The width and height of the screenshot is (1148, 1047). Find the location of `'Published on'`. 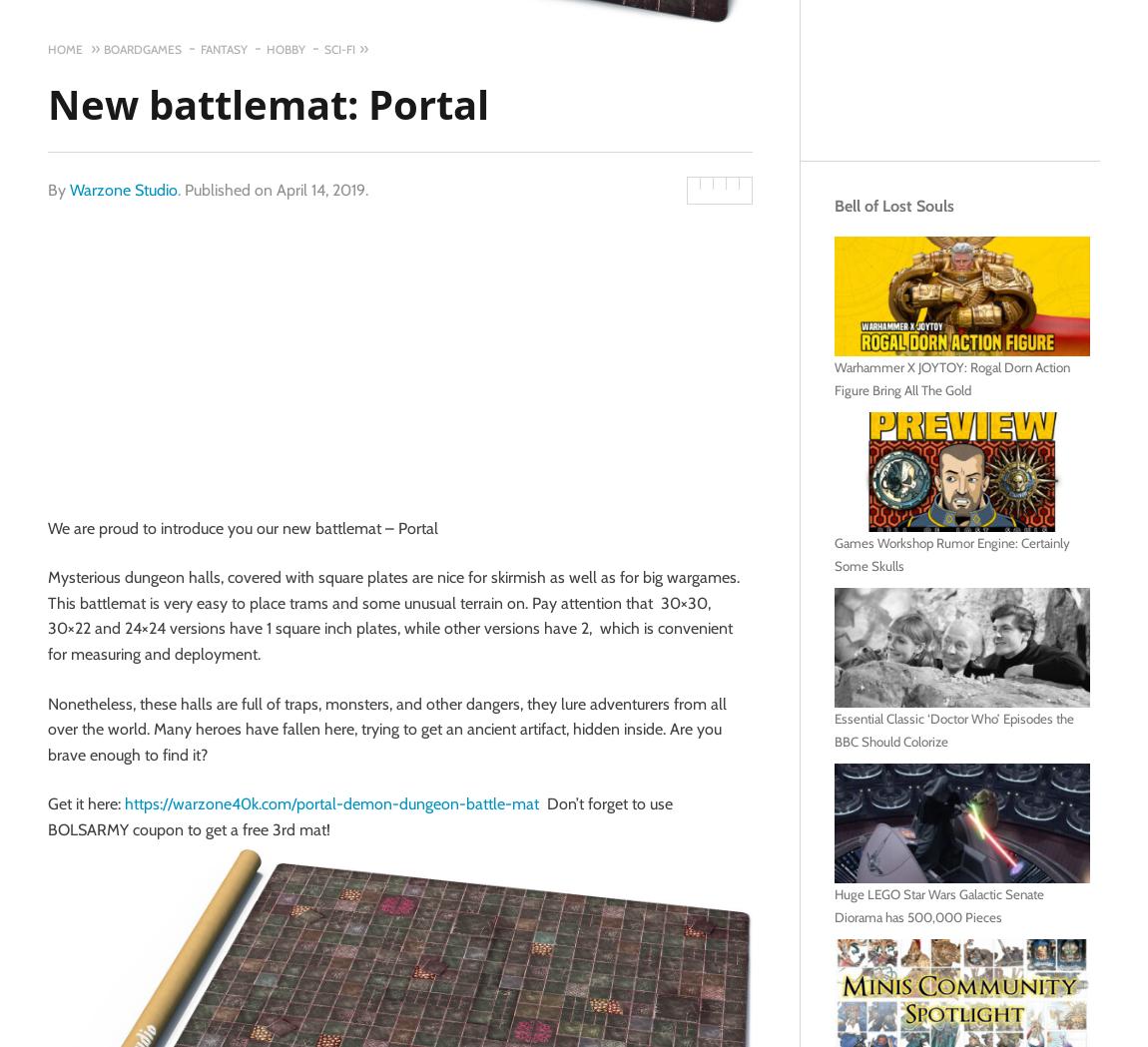

'Published on' is located at coordinates (230, 188).